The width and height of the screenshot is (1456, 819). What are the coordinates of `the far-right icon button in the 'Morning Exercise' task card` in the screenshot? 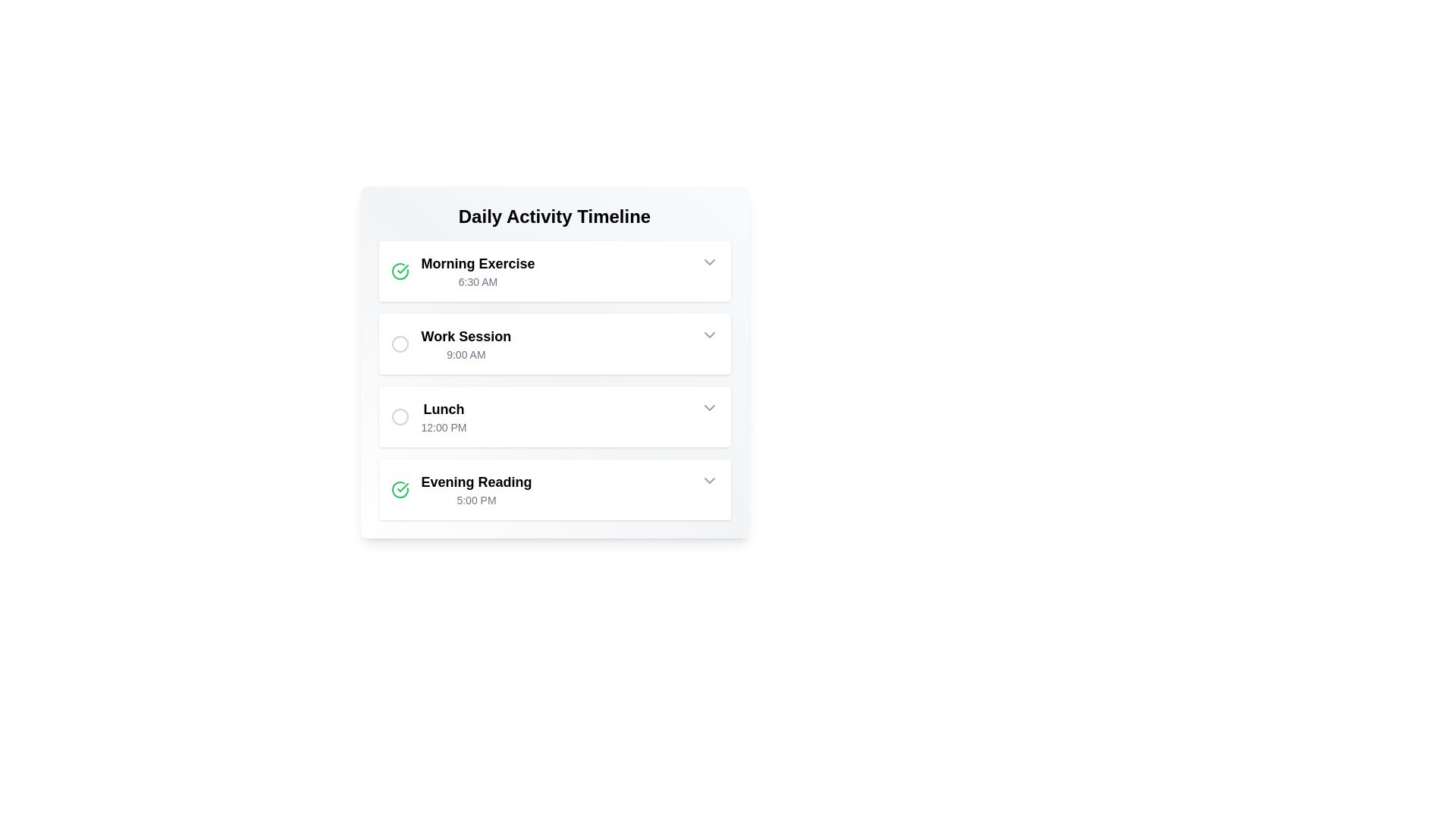 It's located at (708, 262).